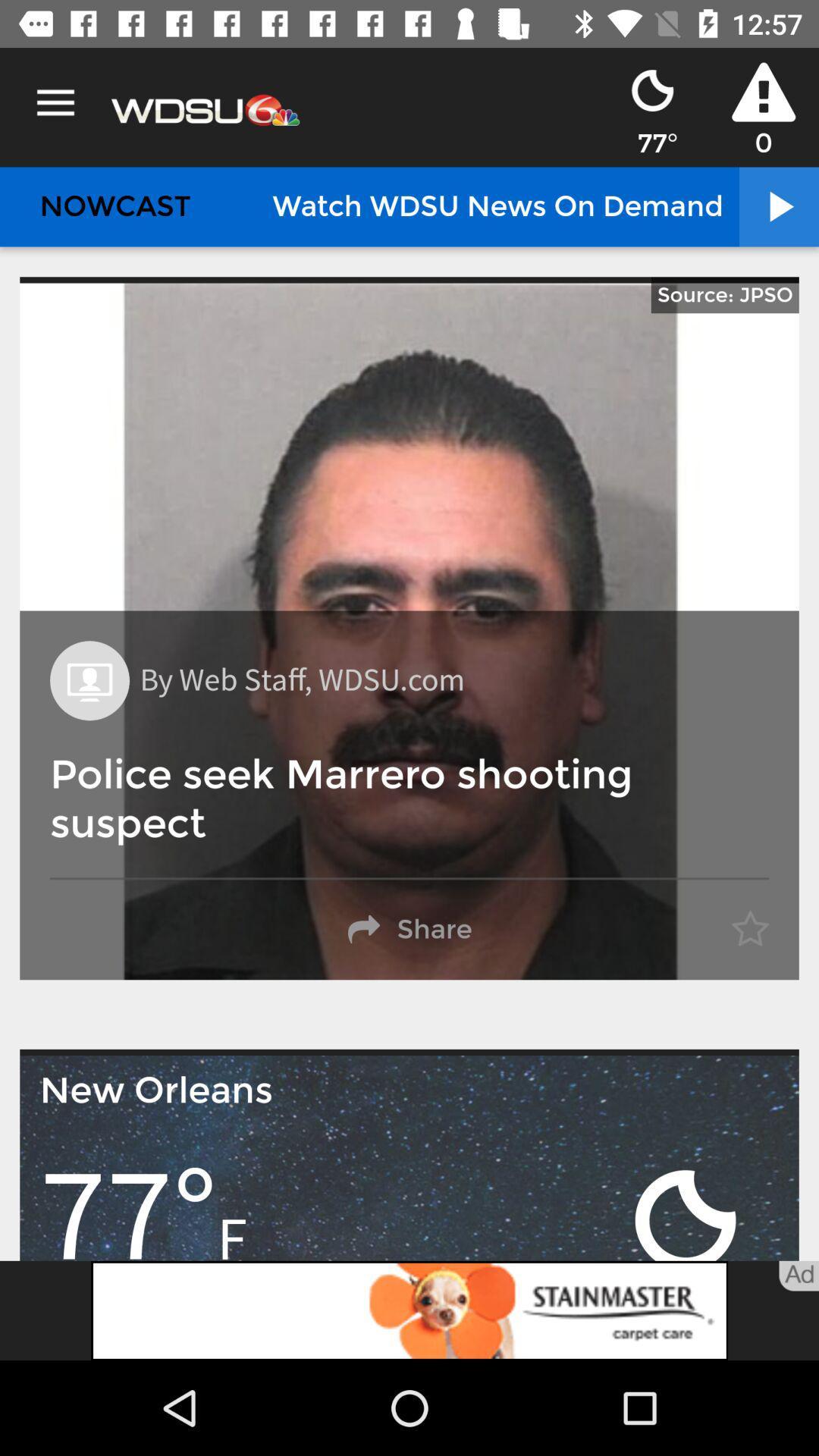 This screenshot has height=1456, width=819. Describe the element at coordinates (409, 1310) in the screenshot. I see `open the advertisement link` at that location.